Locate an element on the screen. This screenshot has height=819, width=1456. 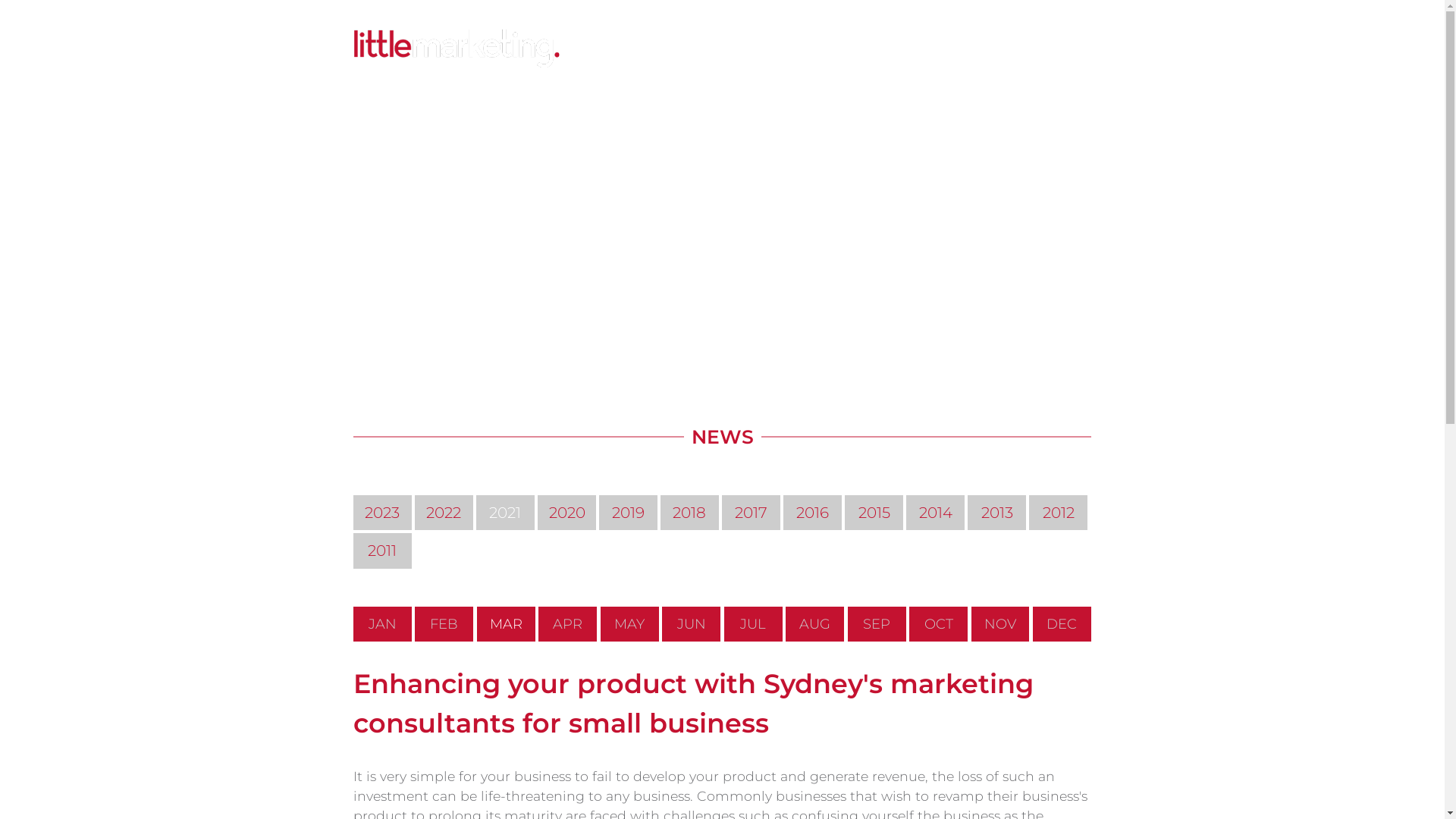
'2013' is located at coordinates (996, 512).